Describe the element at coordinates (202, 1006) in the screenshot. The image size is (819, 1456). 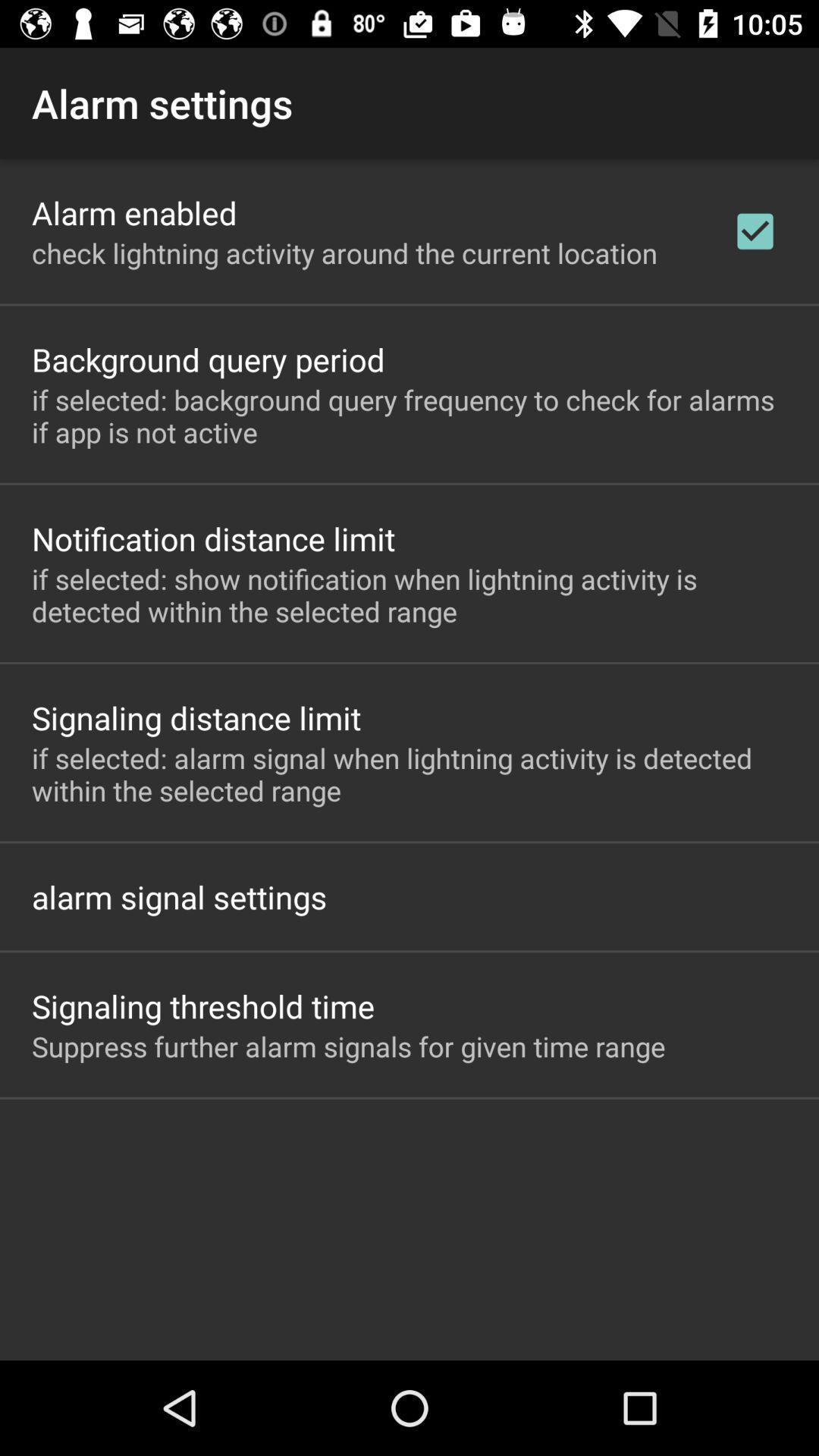
I see `signaling threshold time at the bottom left corner` at that location.